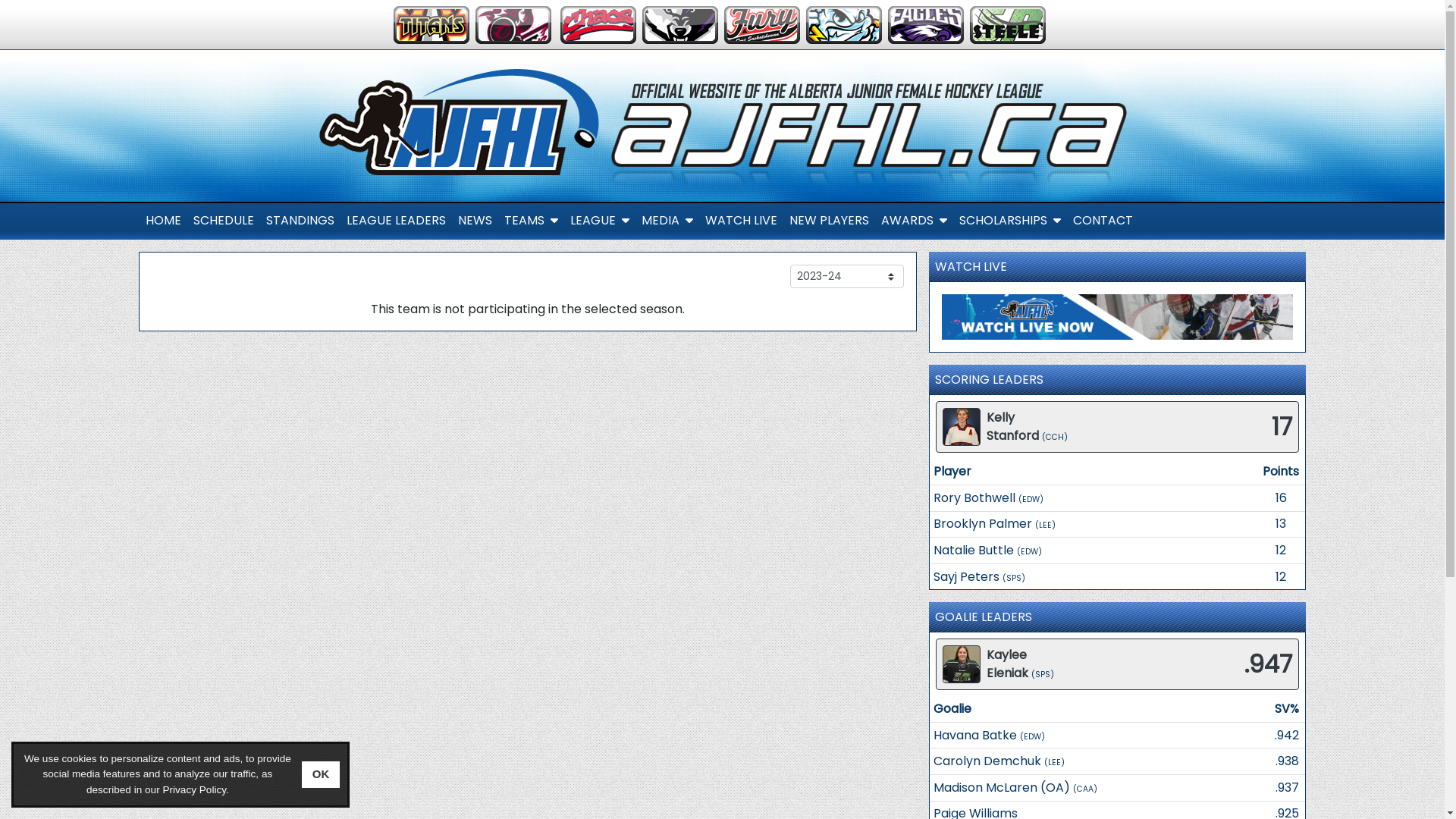  What do you see at coordinates (1102, 220) in the screenshot?
I see `'CONTACT'` at bounding box center [1102, 220].